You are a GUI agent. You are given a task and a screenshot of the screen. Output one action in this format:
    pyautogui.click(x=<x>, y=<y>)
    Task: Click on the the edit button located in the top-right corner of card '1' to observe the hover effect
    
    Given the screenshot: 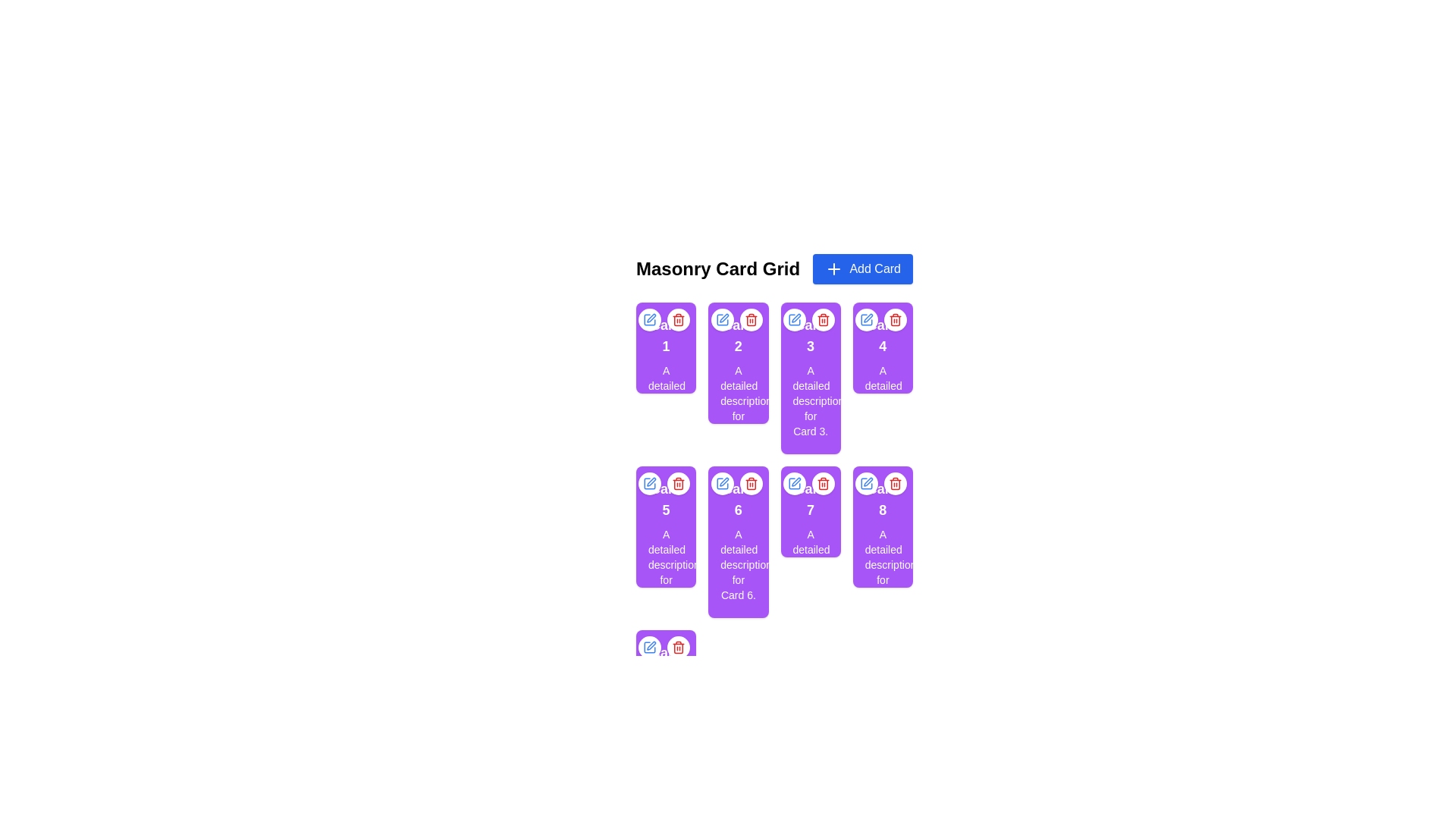 What is the action you would take?
    pyautogui.click(x=650, y=318)
    